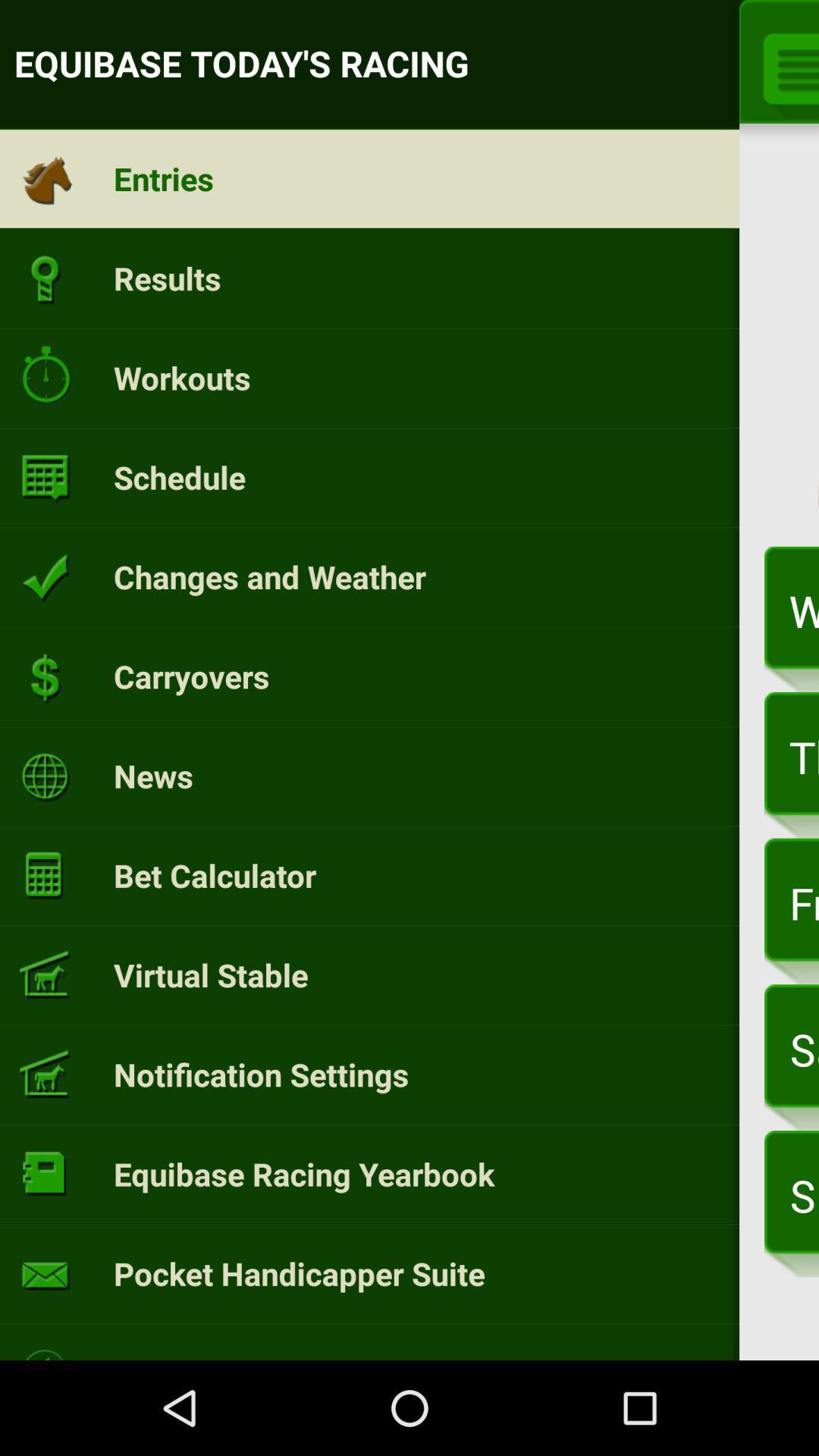 Image resolution: width=819 pixels, height=1456 pixels. What do you see at coordinates (785, 70) in the screenshot?
I see `the menu icon` at bounding box center [785, 70].